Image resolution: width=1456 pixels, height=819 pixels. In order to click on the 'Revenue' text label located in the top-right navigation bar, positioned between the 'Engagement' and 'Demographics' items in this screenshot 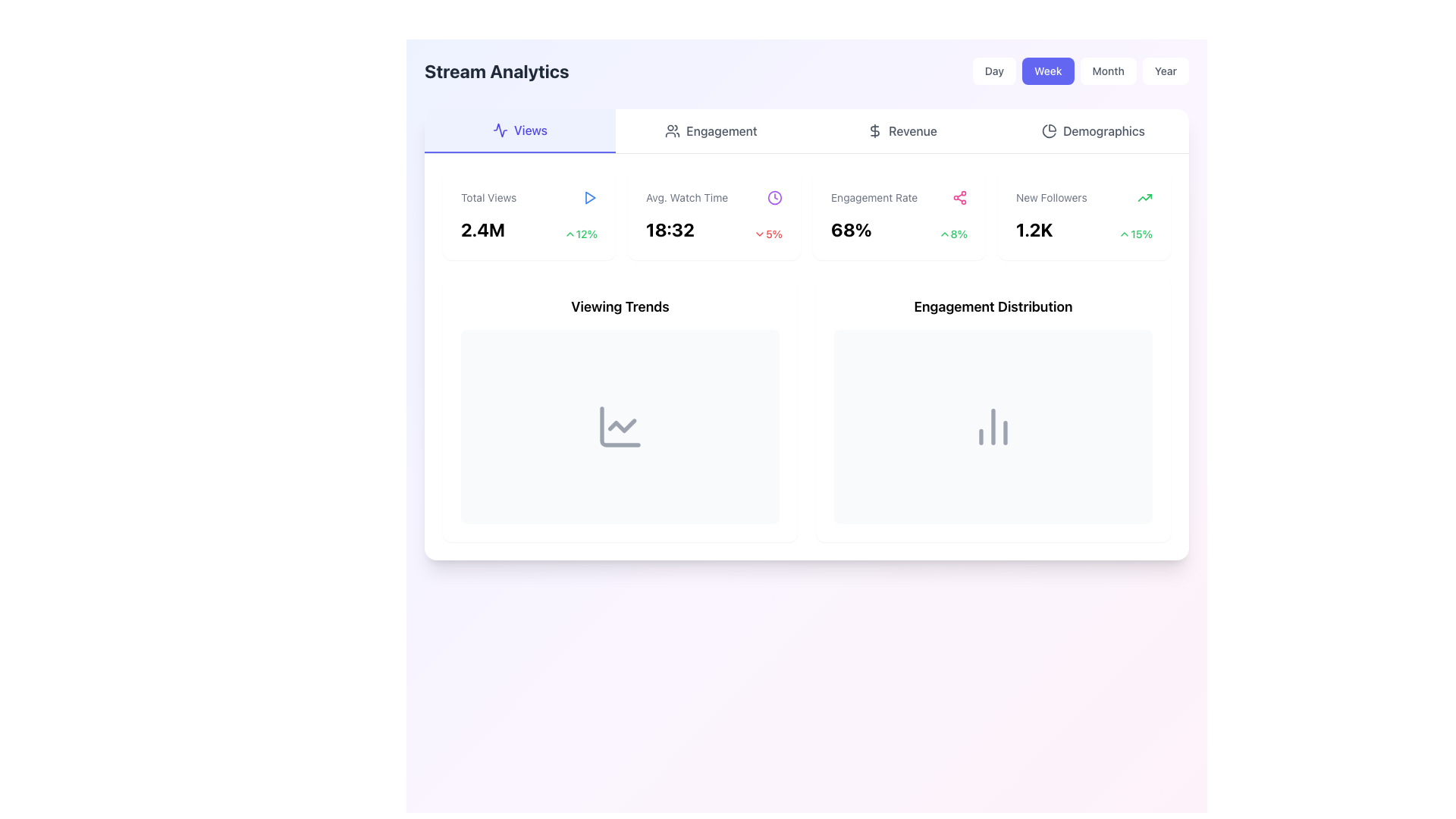, I will do `click(912, 130)`.